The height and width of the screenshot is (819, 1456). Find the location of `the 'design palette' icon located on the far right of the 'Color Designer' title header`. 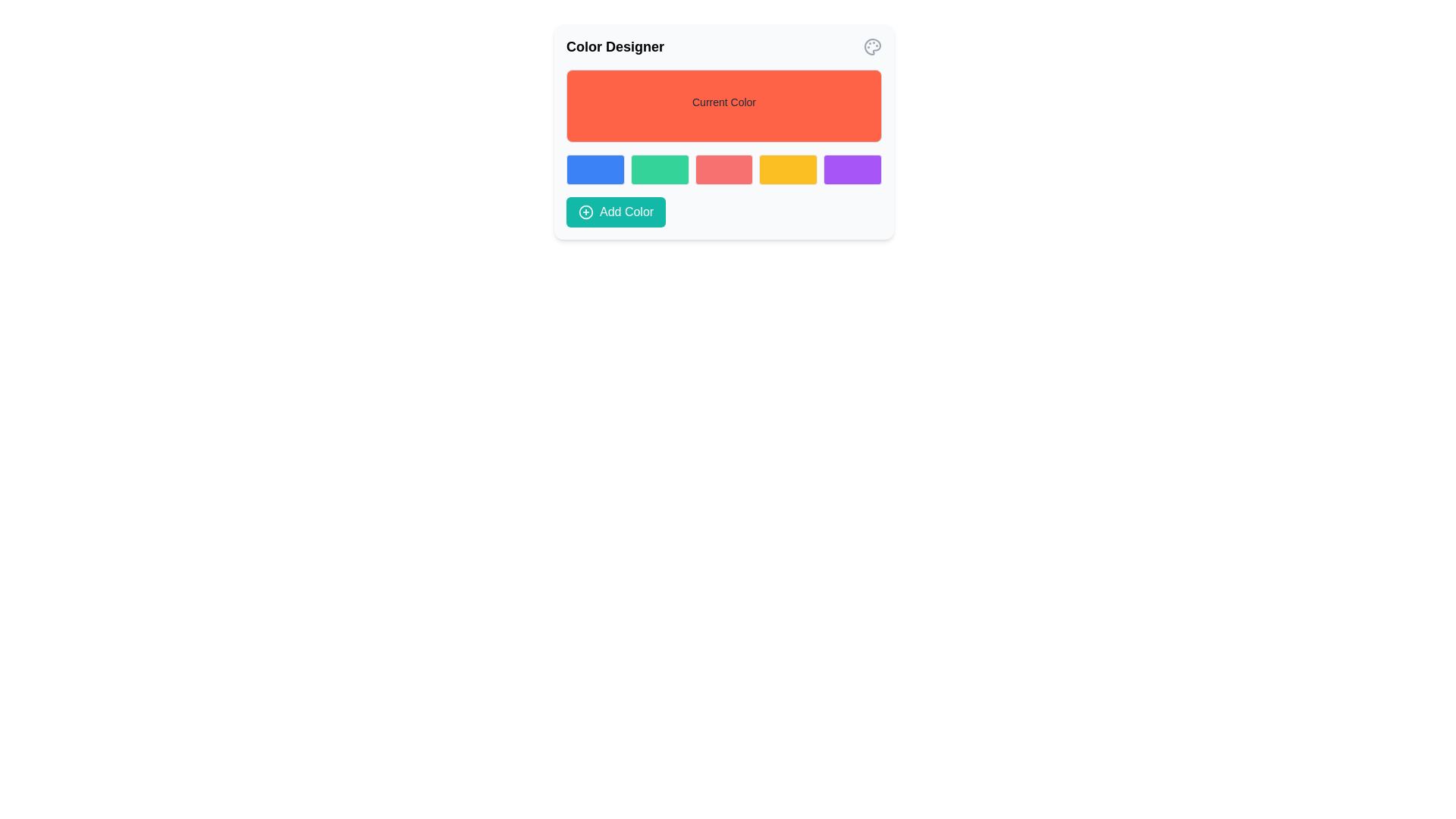

the 'design palette' icon located on the far right of the 'Color Designer' title header is located at coordinates (873, 45).